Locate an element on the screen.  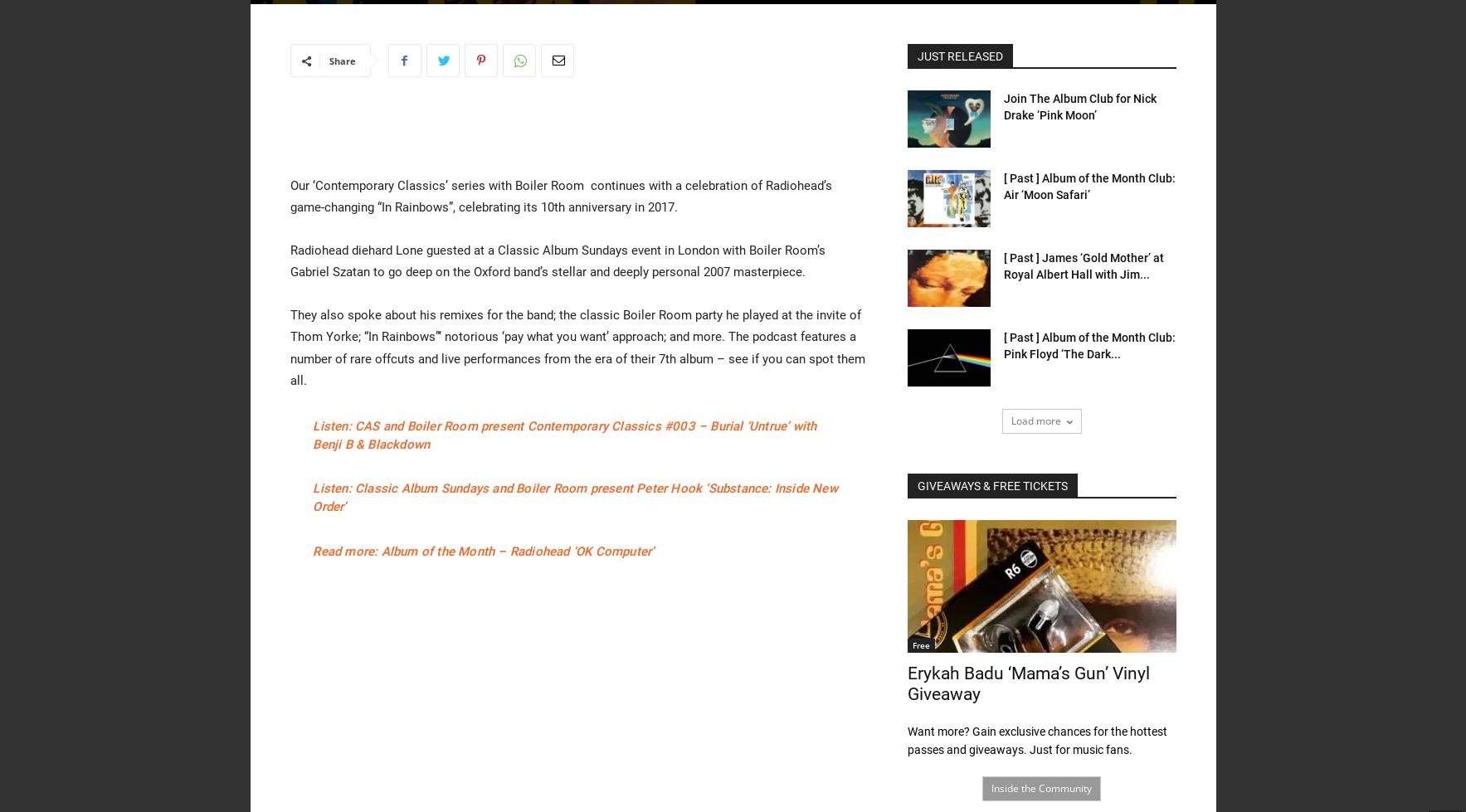
'Radiohead diehard Lone guested at a Classic Album Sundays event in London with Boiler Room’s Gabriel Szatan to go deep on the Oxford band’s stellar and deeply personal 2007 masterpiece.' is located at coordinates (556, 261).